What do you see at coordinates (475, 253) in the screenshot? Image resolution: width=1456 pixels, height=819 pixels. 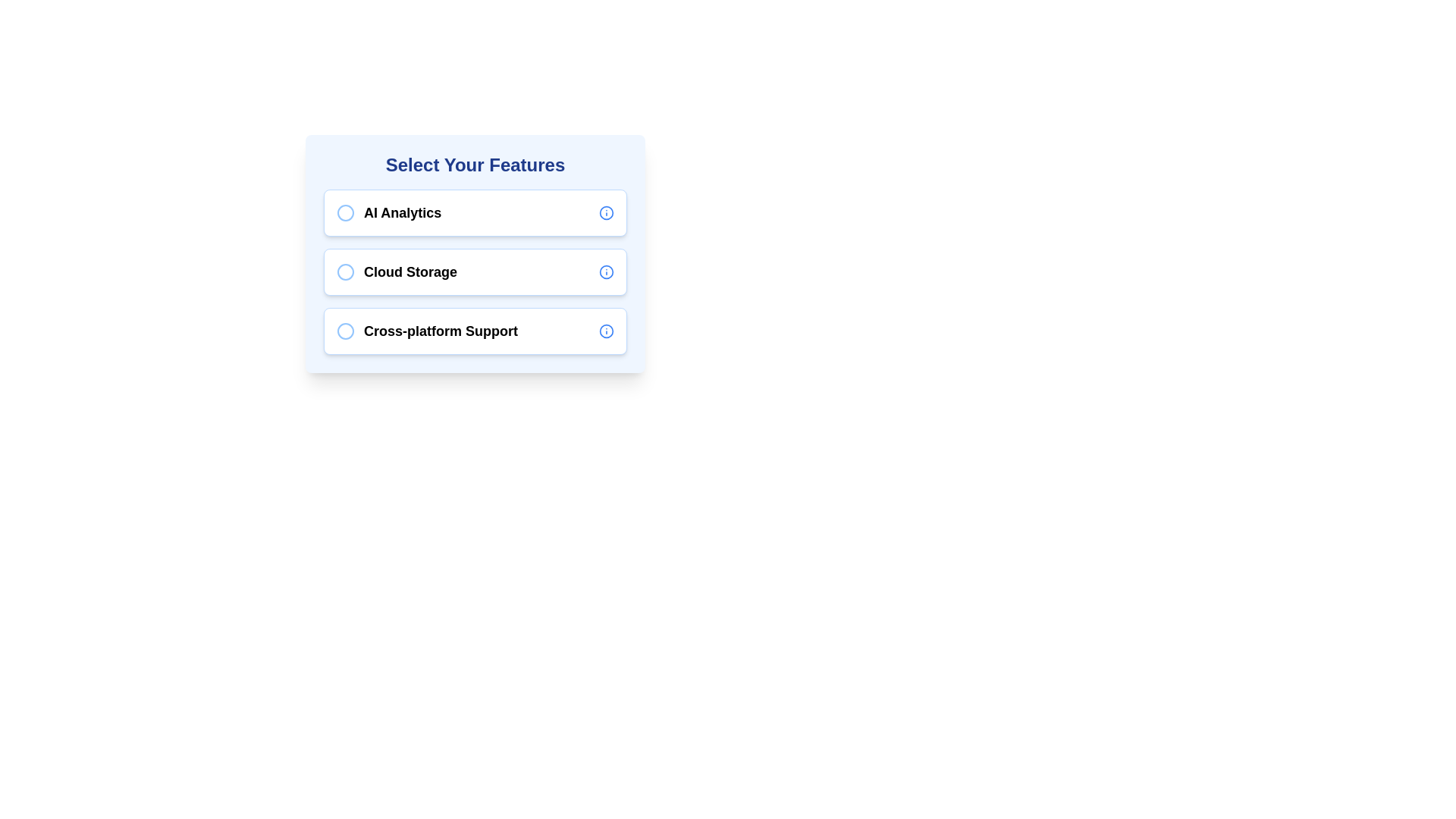 I see `the 'Cloud Storage' selectable feature item in the modal` at bounding box center [475, 253].